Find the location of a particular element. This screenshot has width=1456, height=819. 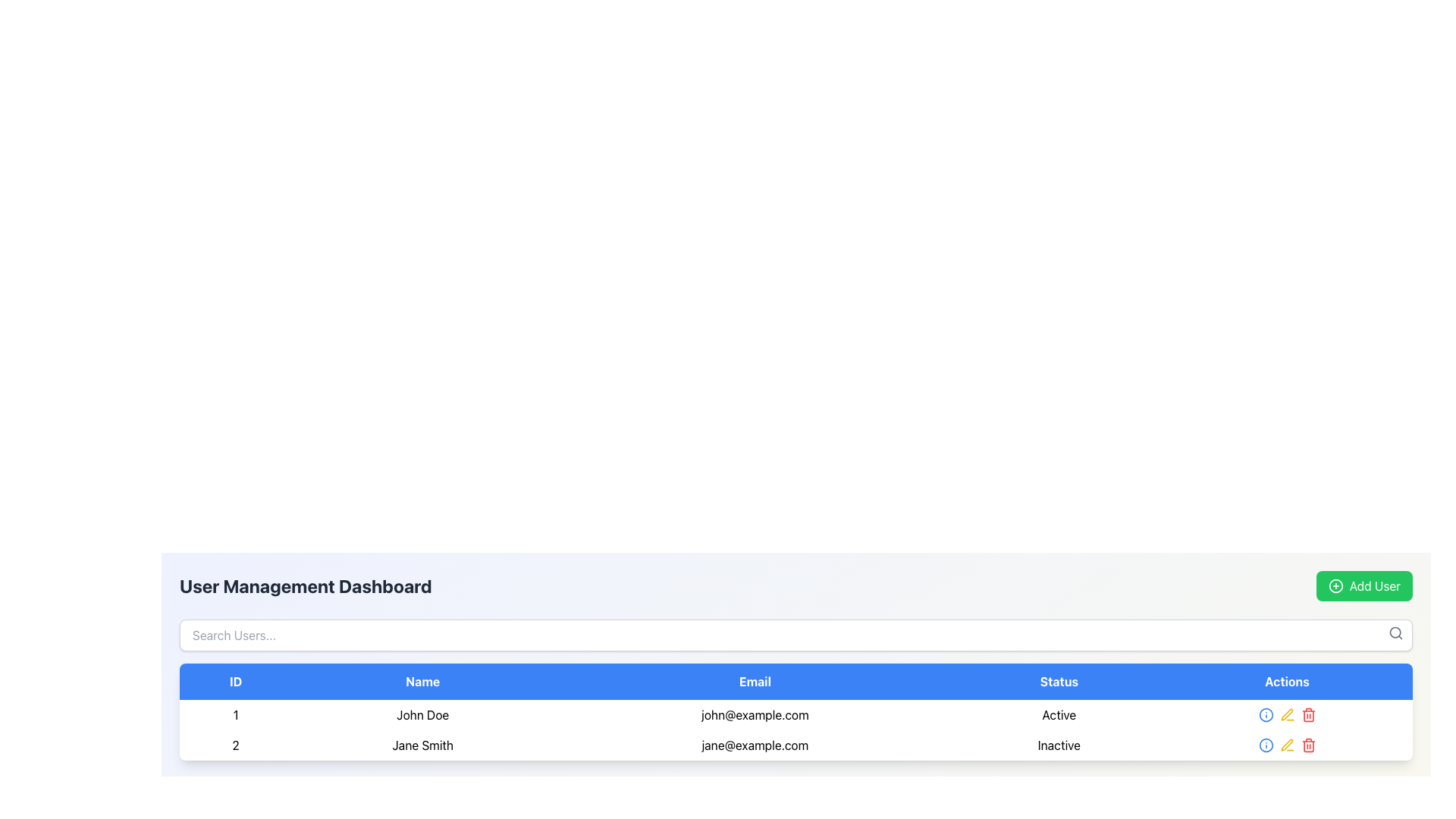

the 'Delete' icon button located is located at coordinates (1307, 714).